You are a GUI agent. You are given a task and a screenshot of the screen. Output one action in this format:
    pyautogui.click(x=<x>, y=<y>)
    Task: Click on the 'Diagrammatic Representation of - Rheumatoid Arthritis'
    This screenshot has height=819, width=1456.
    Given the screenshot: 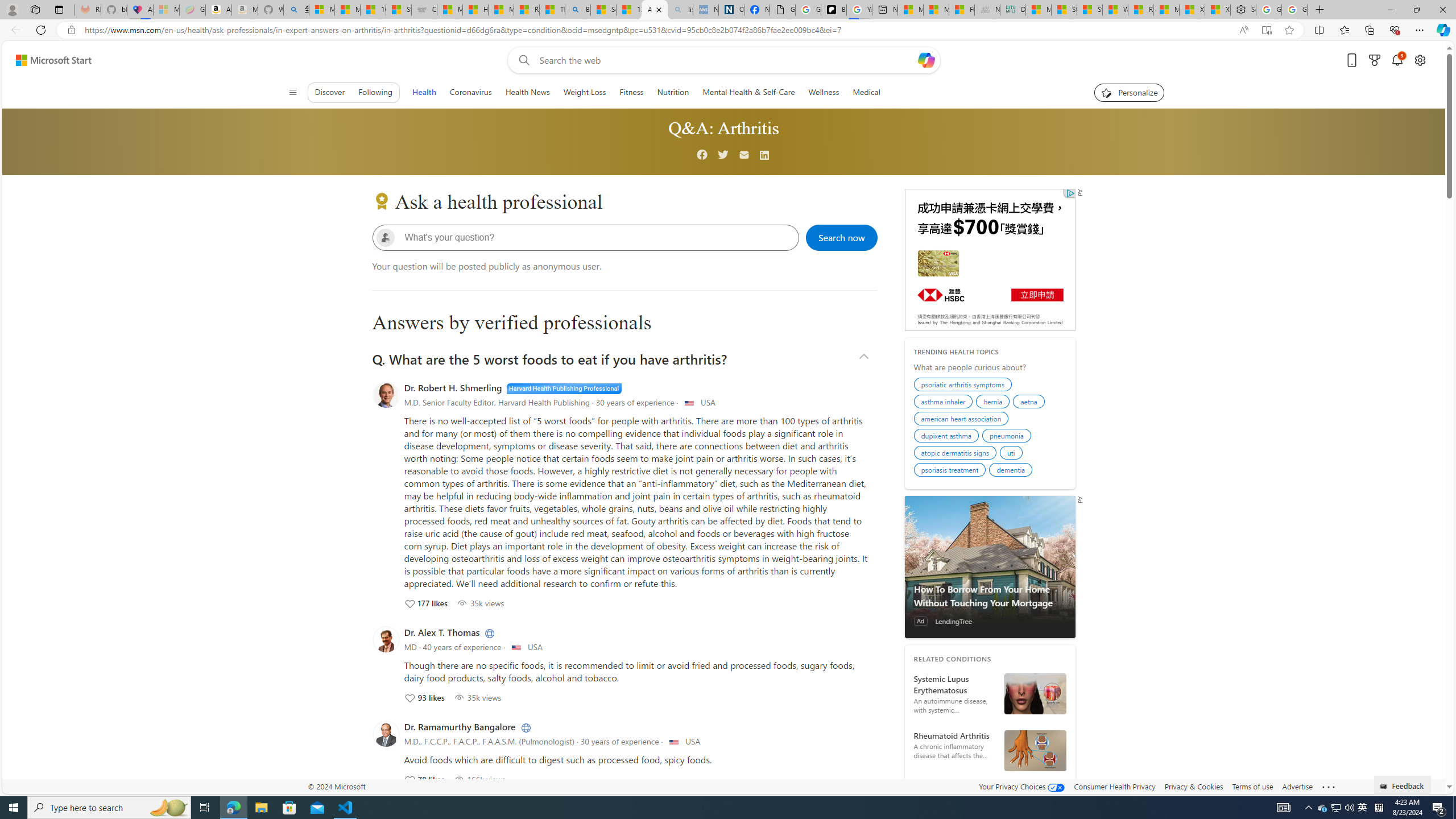 What is the action you would take?
    pyautogui.click(x=1034, y=751)
    